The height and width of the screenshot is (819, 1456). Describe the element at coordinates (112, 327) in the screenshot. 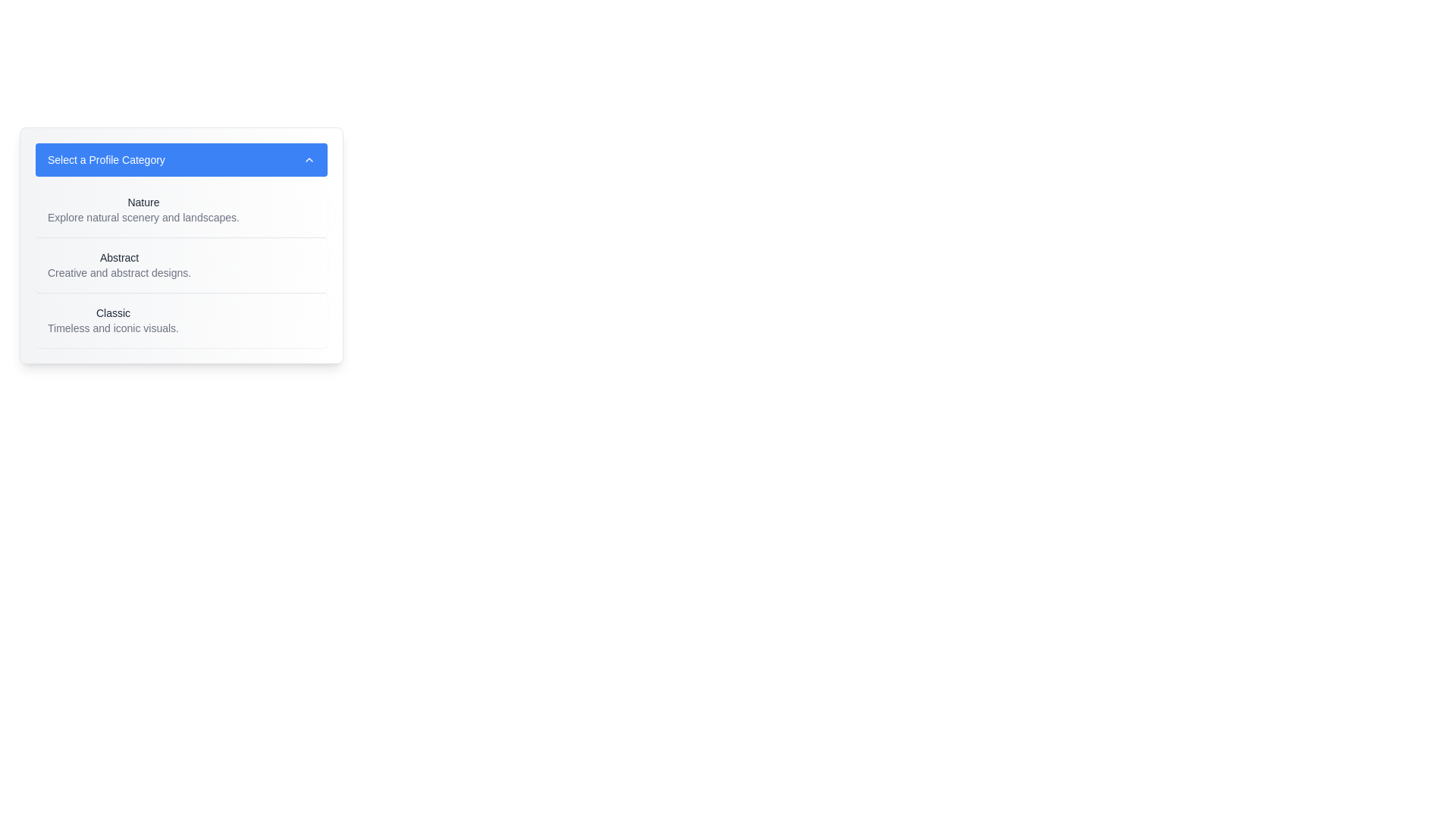

I see `descriptive text label located below the 'Classic' title in the category selector, which aids users in understanding the theme of the 'Classic' category` at that location.